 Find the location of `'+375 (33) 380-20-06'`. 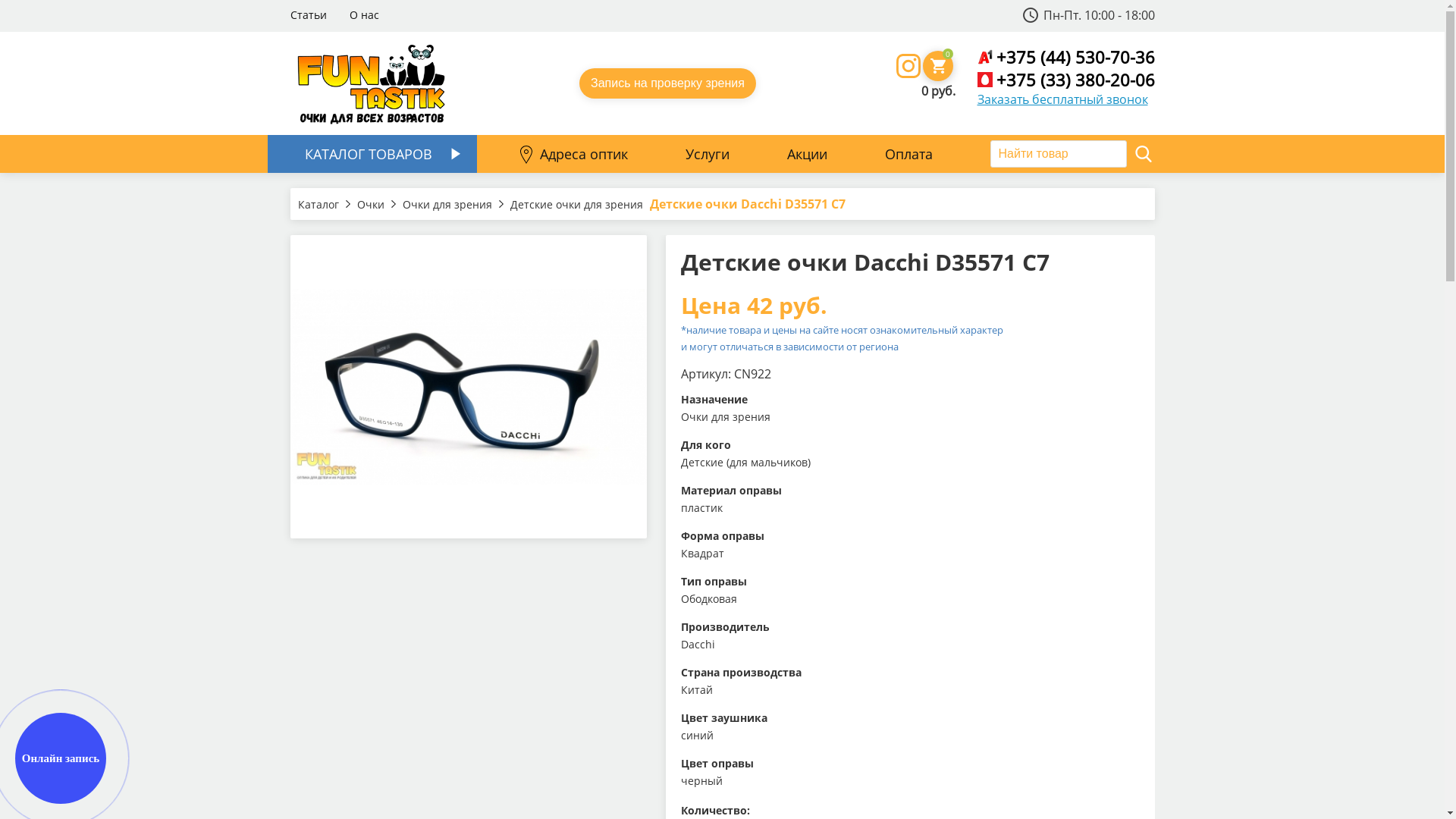

'+375 (33) 380-20-06' is located at coordinates (996, 79).